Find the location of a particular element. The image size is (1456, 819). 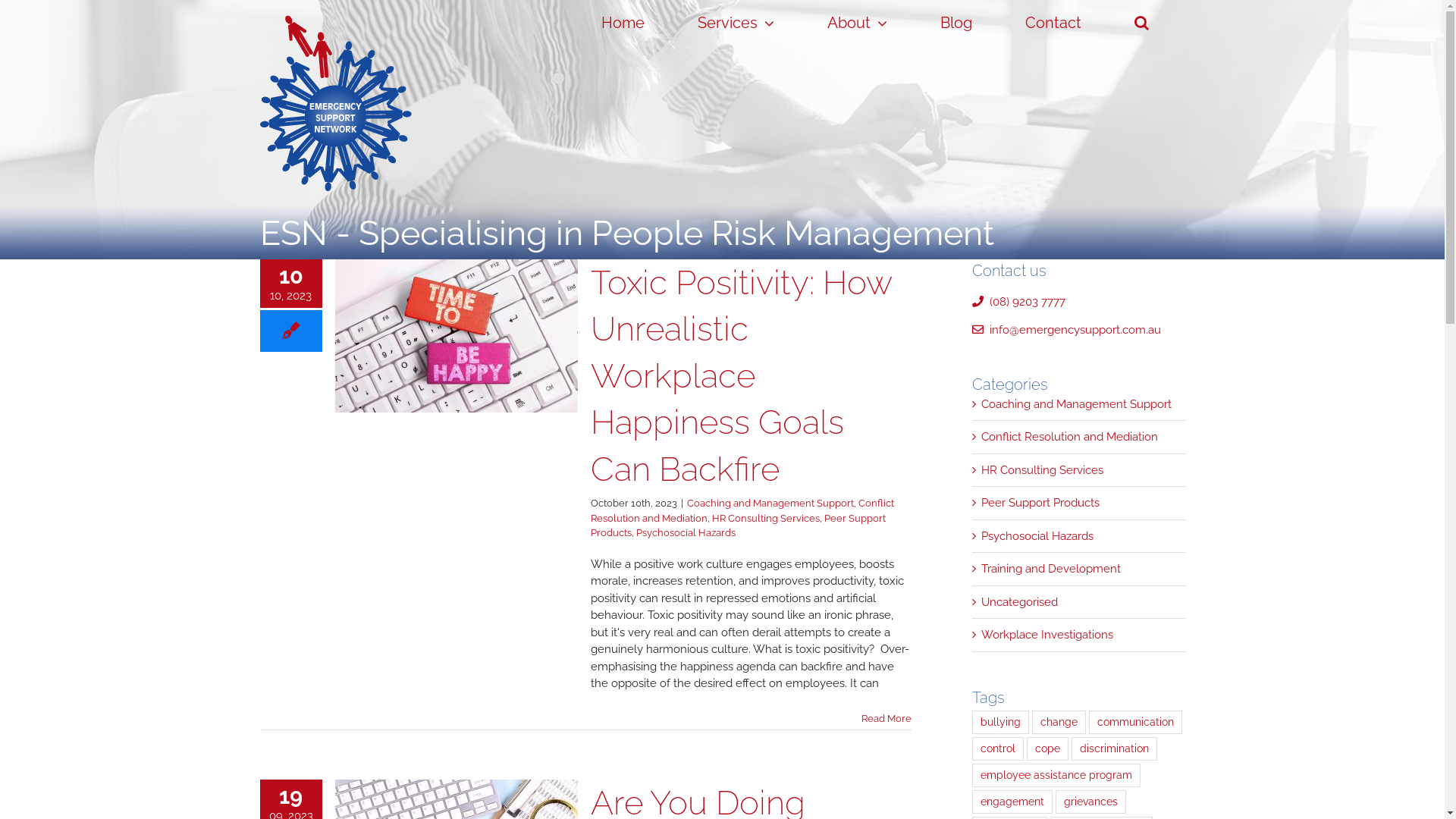

'Coaching and Management Support' is located at coordinates (981, 403).